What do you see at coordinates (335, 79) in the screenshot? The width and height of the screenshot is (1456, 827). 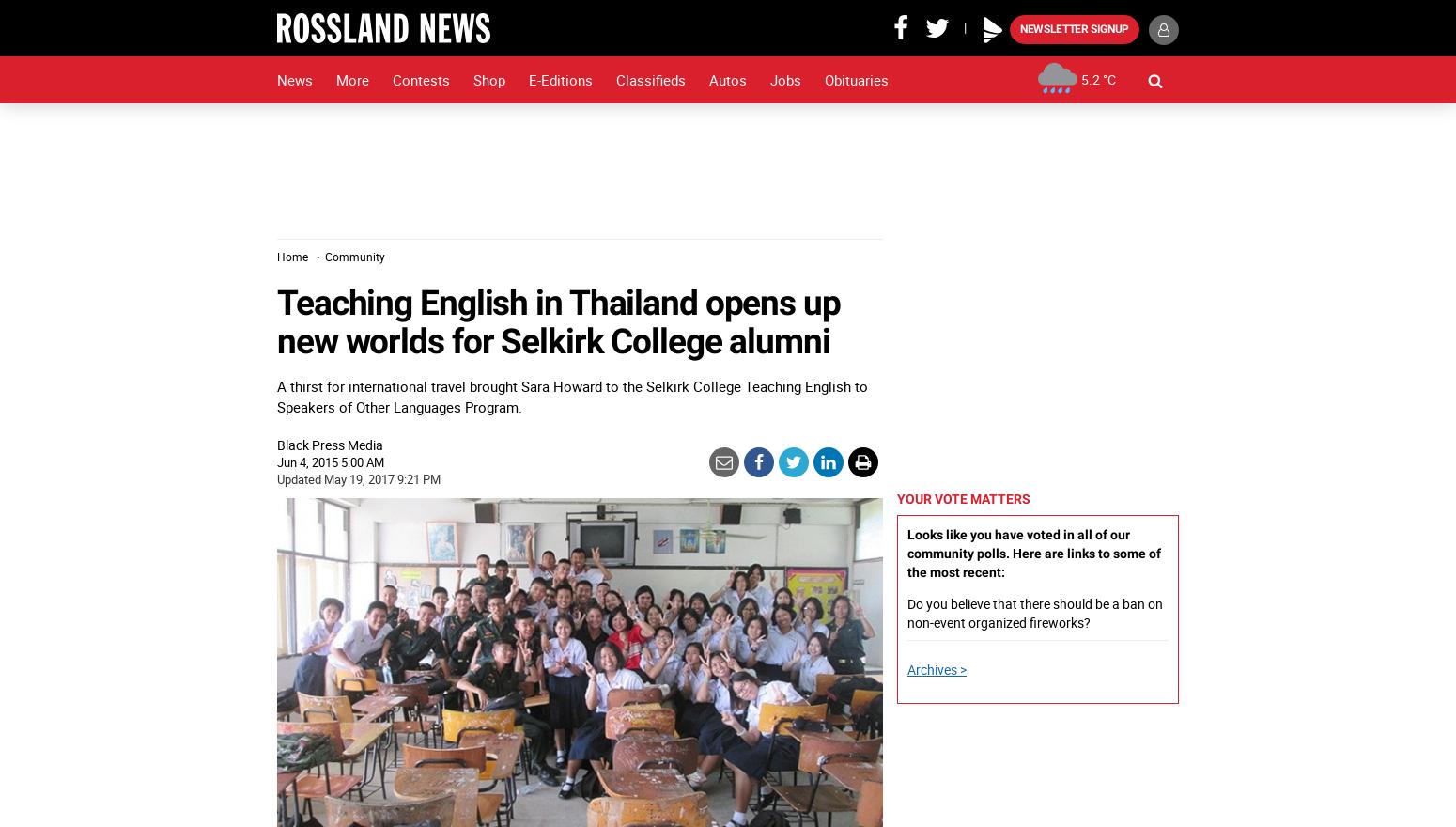 I see `'More'` at bounding box center [335, 79].